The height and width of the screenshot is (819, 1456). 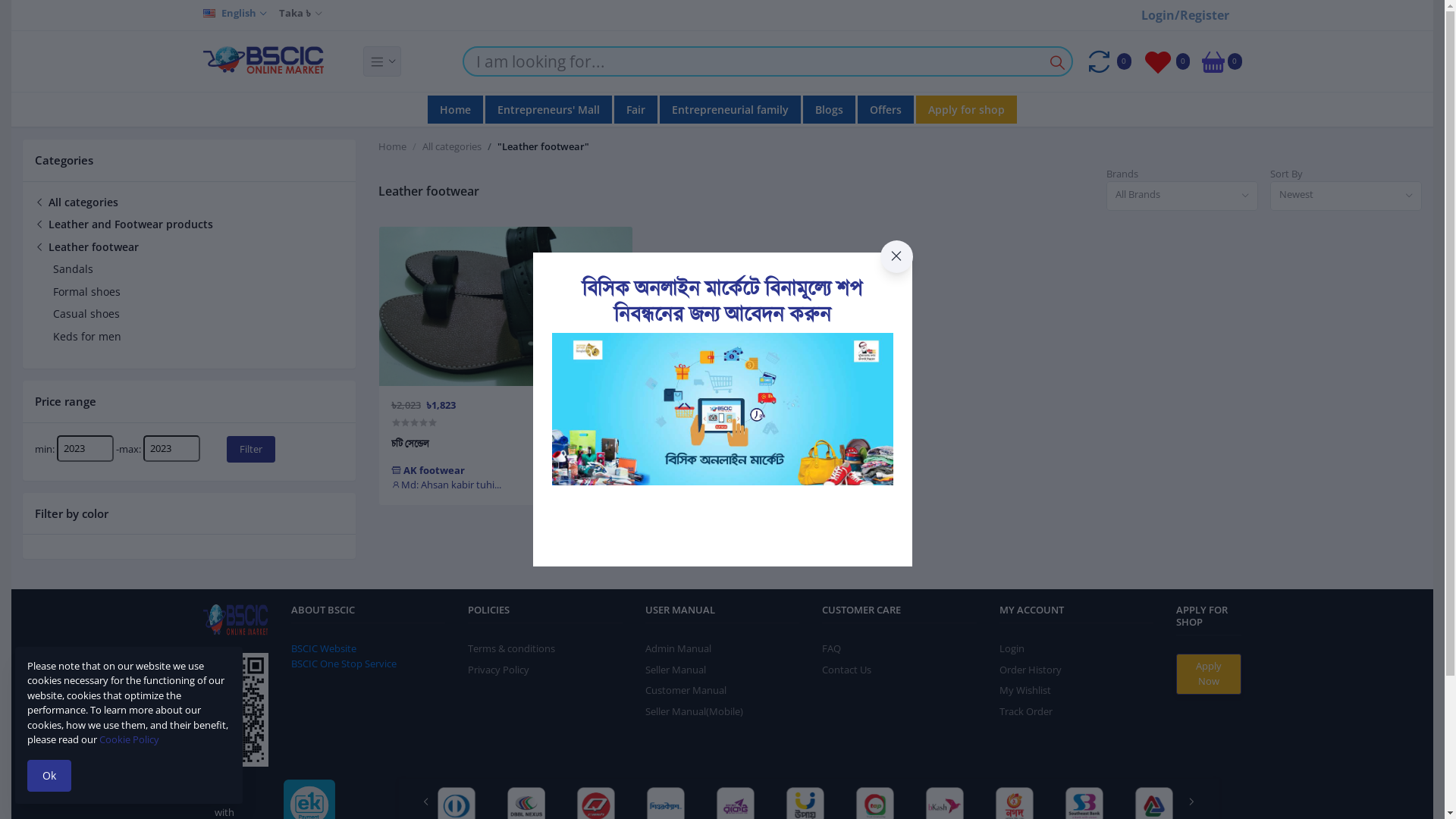 I want to click on 'Track Order', so click(x=1026, y=711).